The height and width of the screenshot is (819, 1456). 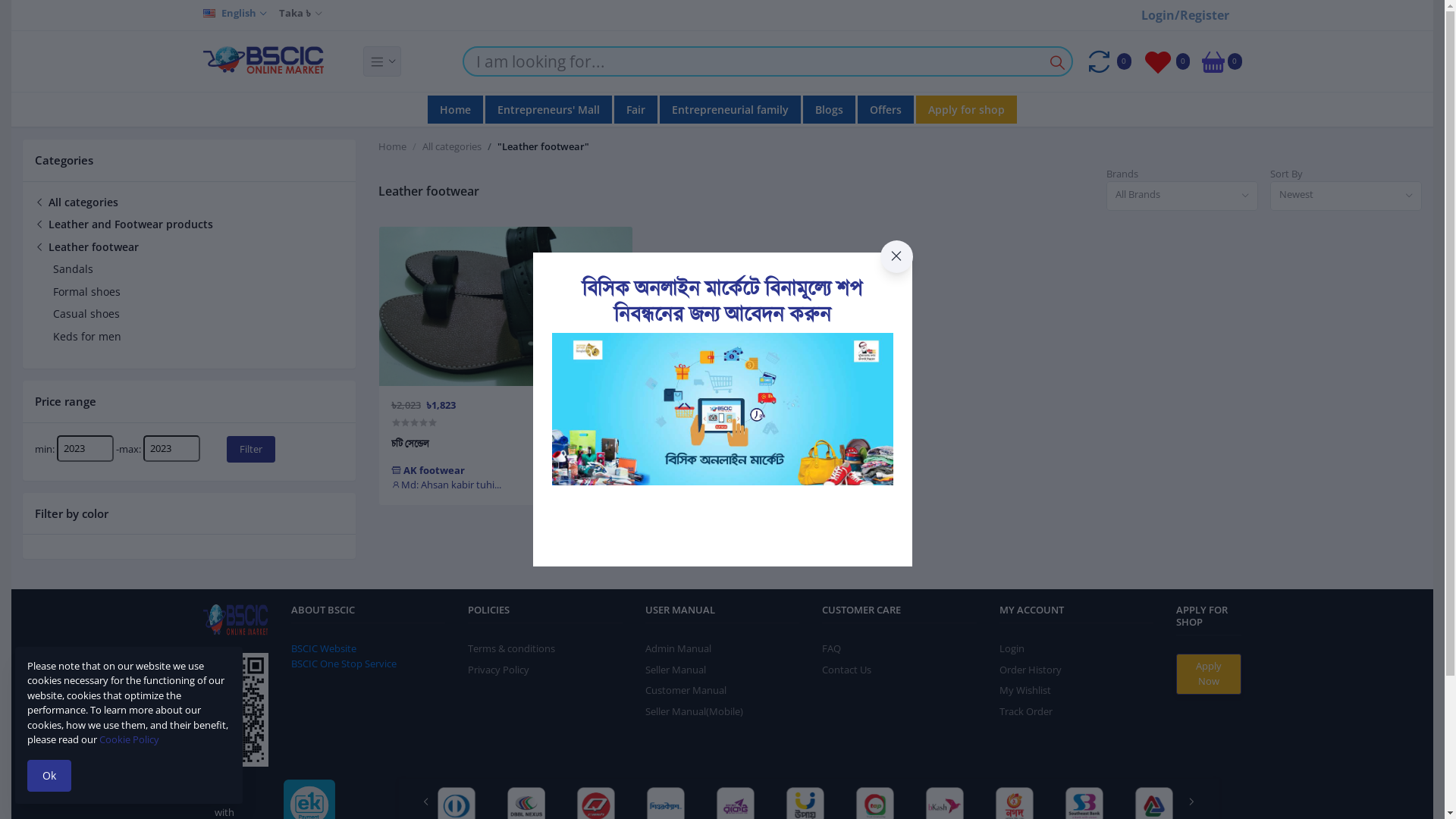 I want to click on 'Track Order', so click(x=1026, y=711).